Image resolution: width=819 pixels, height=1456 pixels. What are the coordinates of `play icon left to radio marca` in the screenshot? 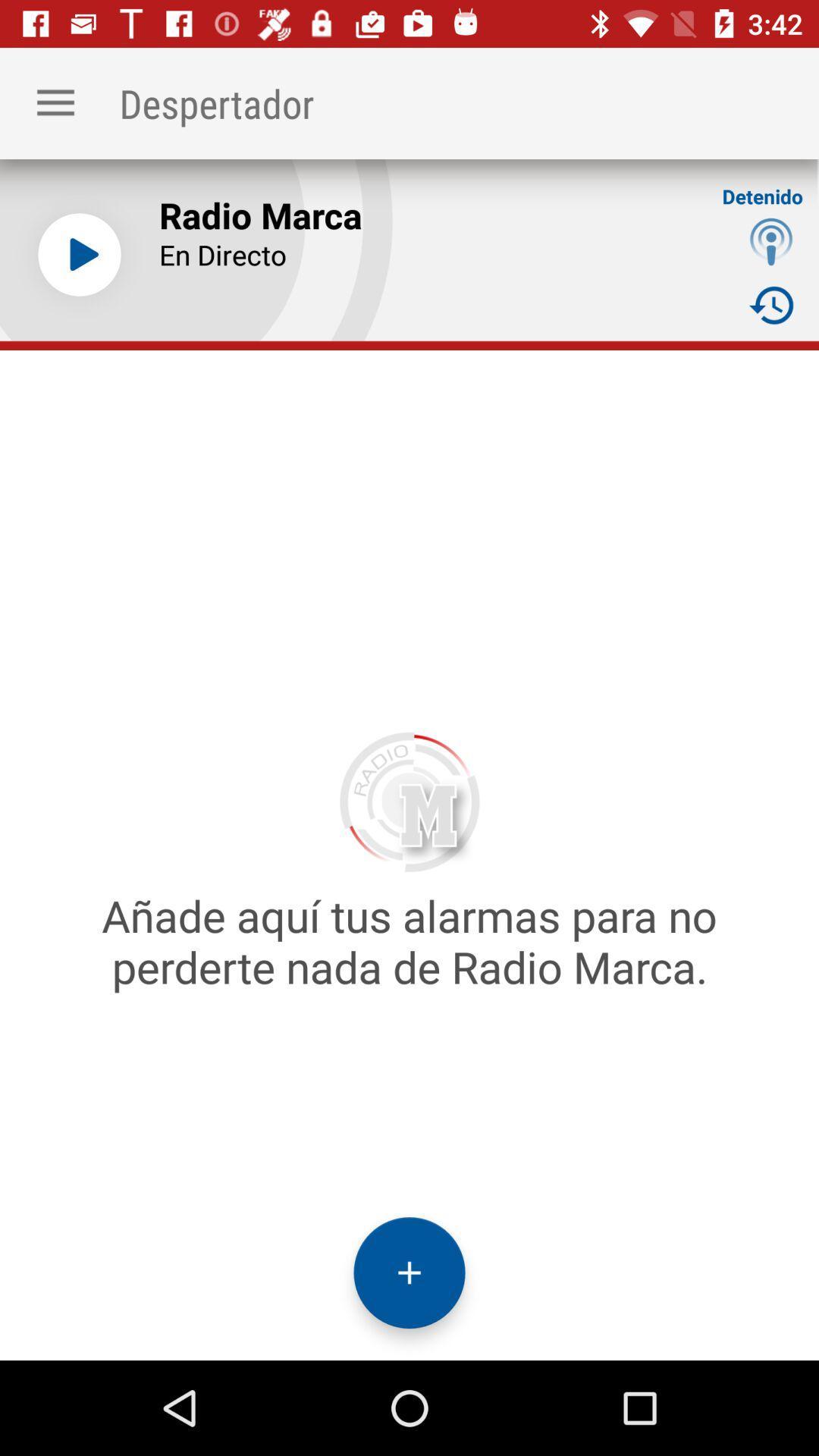 It's located at (79, 255).